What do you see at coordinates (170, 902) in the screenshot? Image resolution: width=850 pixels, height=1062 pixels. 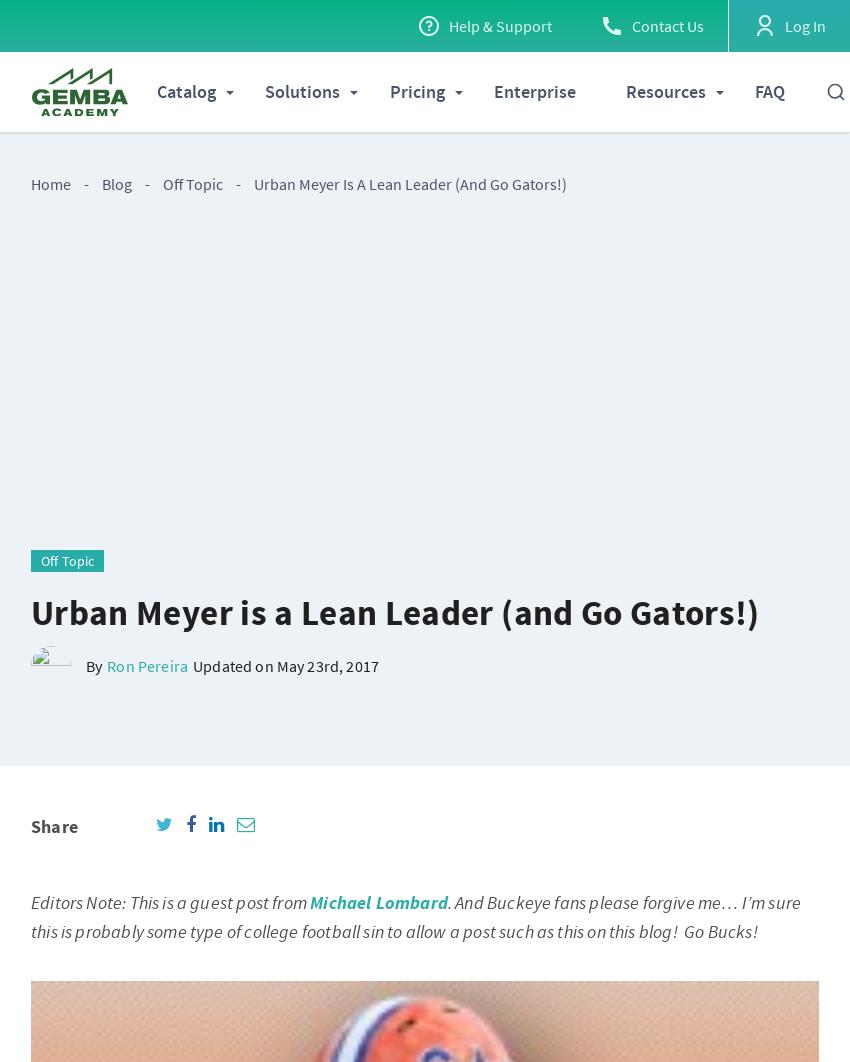 I see `'Editors Note: This is a guest post from'` at bounding box center [170, 902].